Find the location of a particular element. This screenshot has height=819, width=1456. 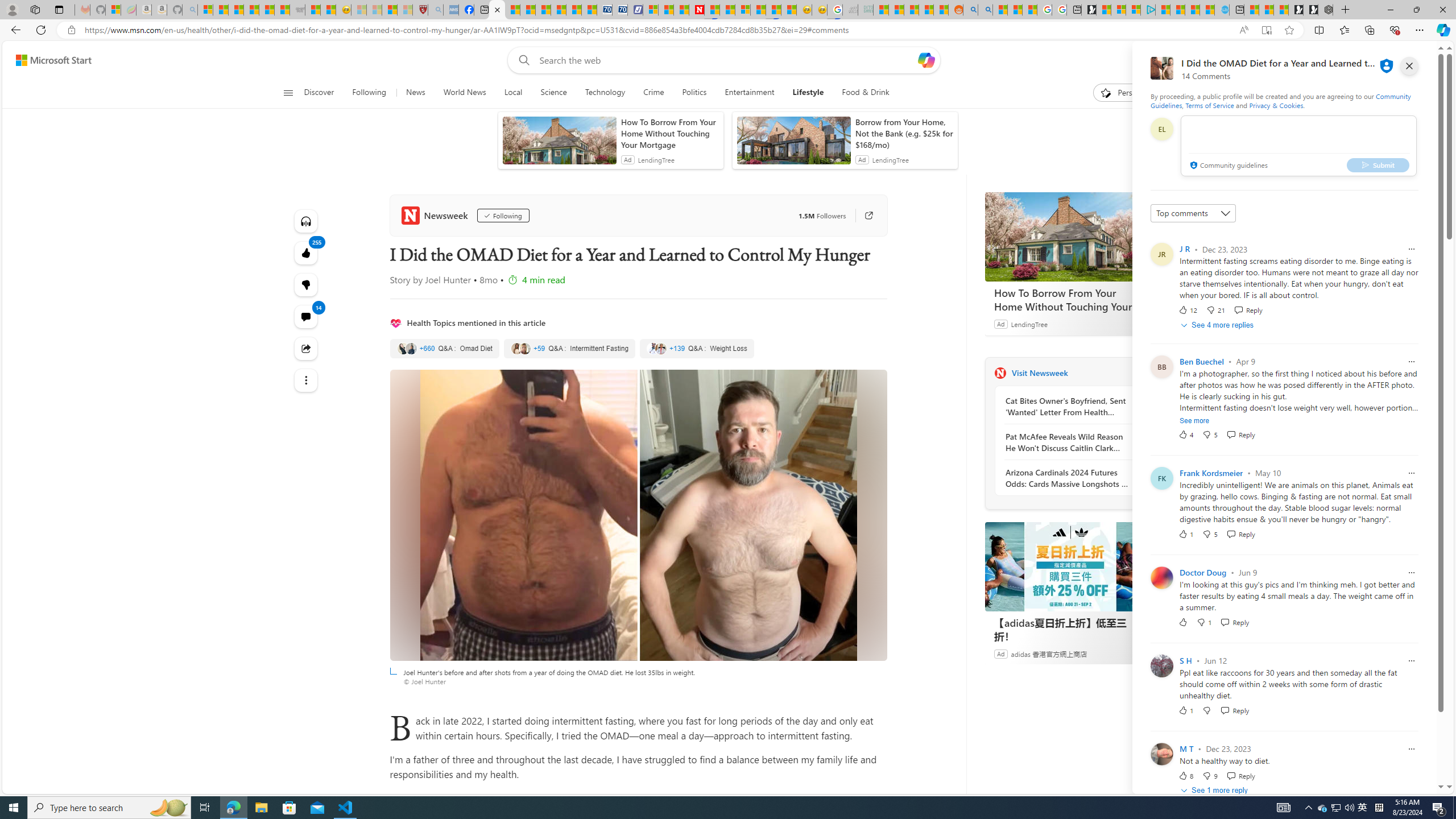

'12 Popular Science Lies that Must be Corrected - Sleeping' is located at coordinates (405, 9).